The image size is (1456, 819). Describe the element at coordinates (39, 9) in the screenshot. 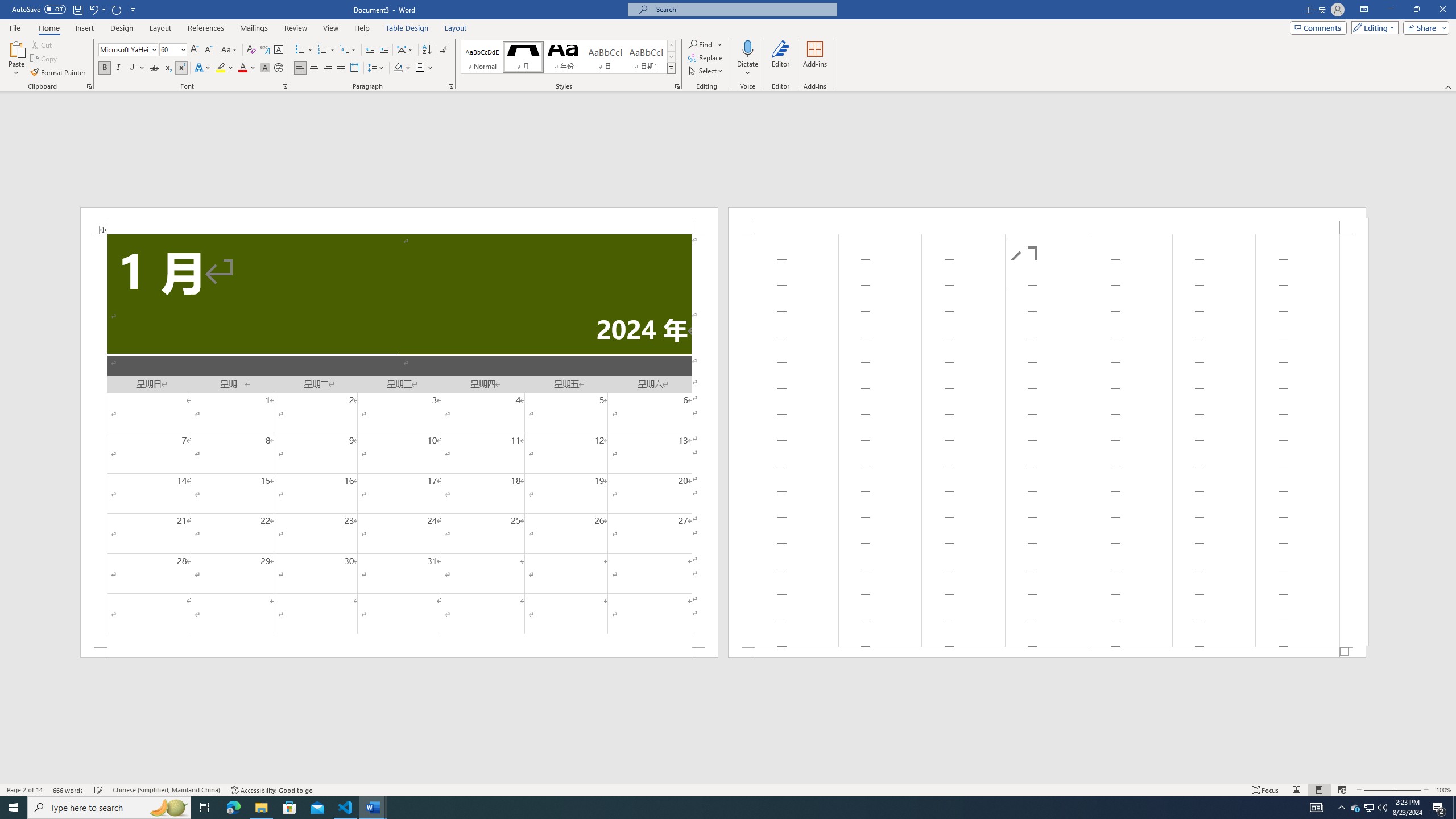

I see `'AutoSave'` at that location.